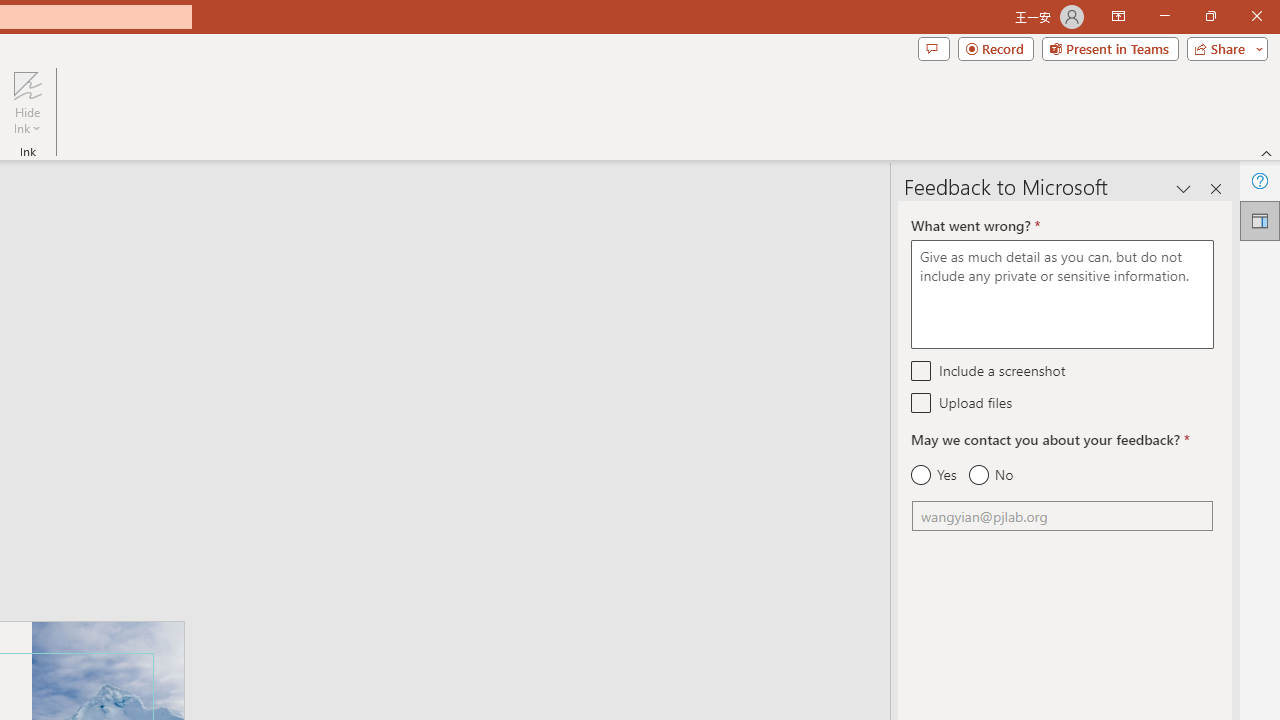 The height and width of the screenshot is (720, 1280). I want to click on 'No', so click(990, 475).